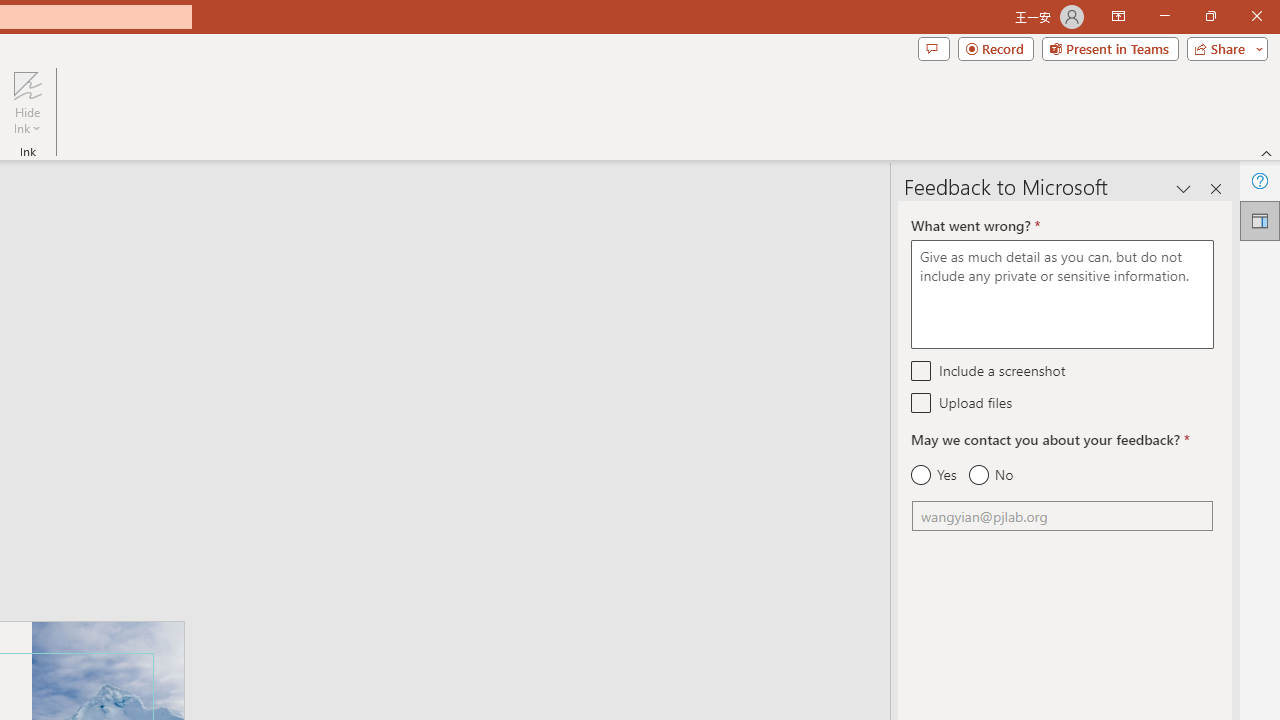 The height and width of the screenshot is (720, 1280). I want to click on 'No', so click(990, 475).